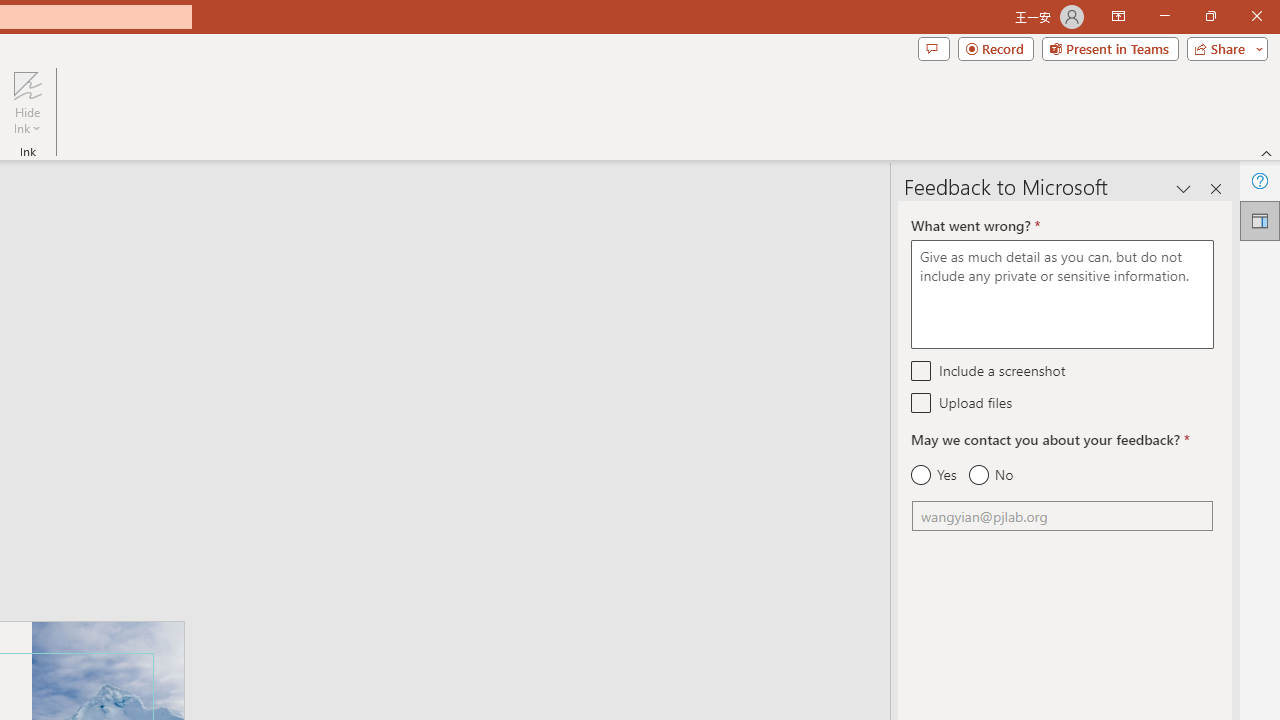 The height and width of the screenshot is (720, 1280). I want to click on 'No', so click(990, 475).